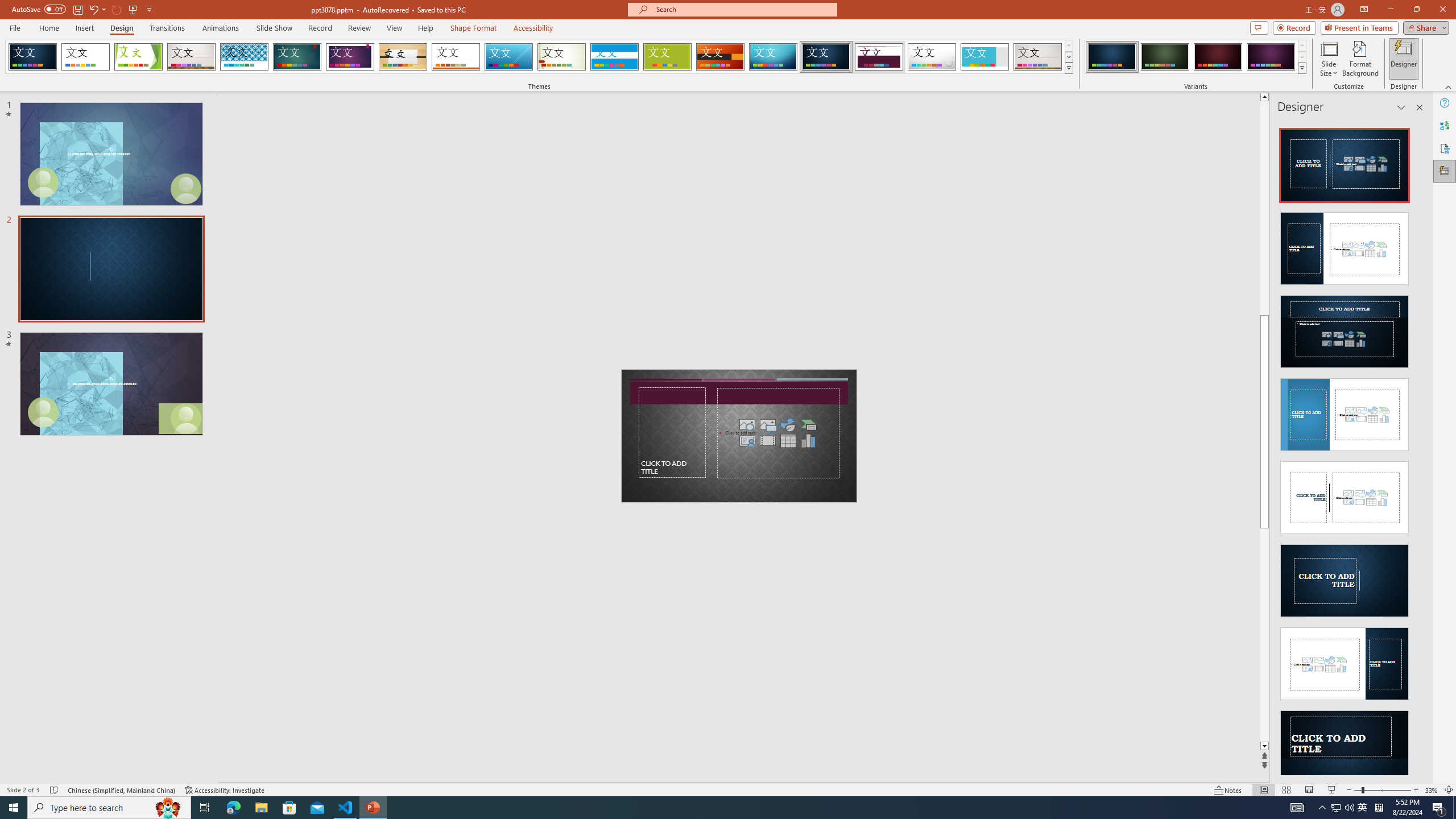  Describe the element at coordinates (1038, 56) in the screenshot. I see `'Gallery'` at that location.